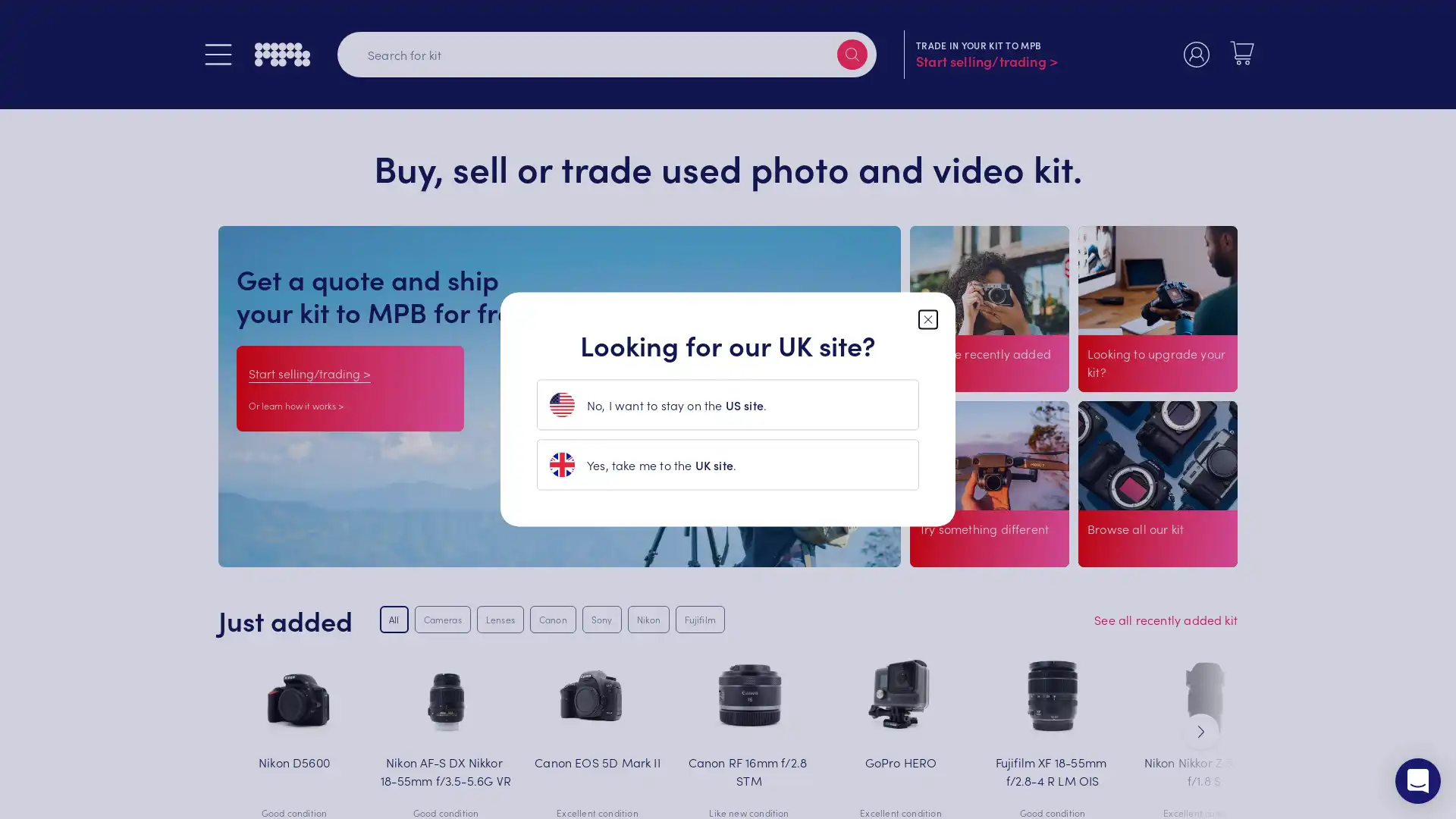  What do you see at coordinates (969, 394) in the screenshot?
I see `Recently added kit` at bounding box center [969, 394].